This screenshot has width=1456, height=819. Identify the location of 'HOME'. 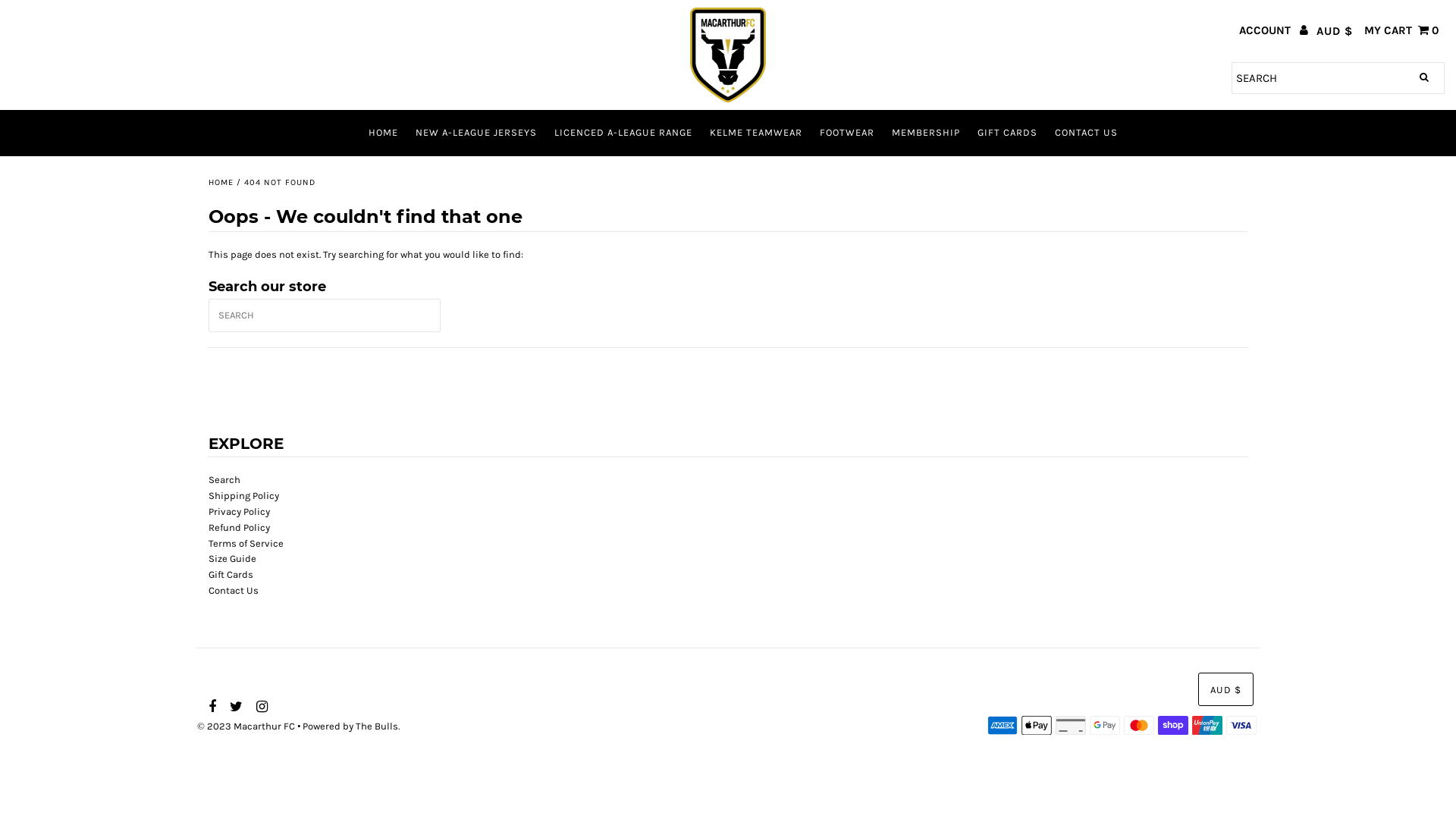
(220, 181).